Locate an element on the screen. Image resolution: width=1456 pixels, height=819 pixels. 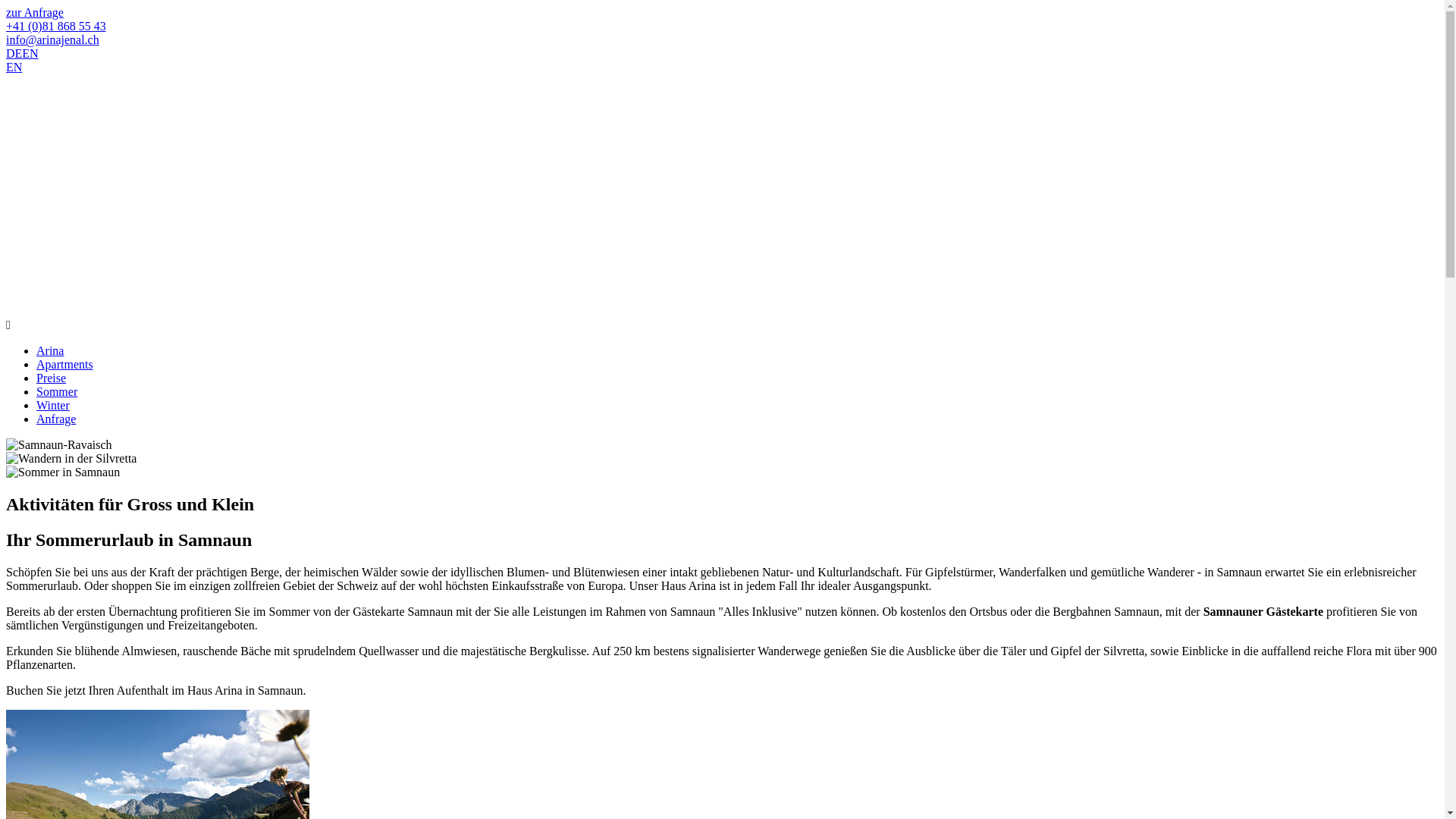
'Samnaun Apartment Garni Arina' is located at coordinates (138, 133).